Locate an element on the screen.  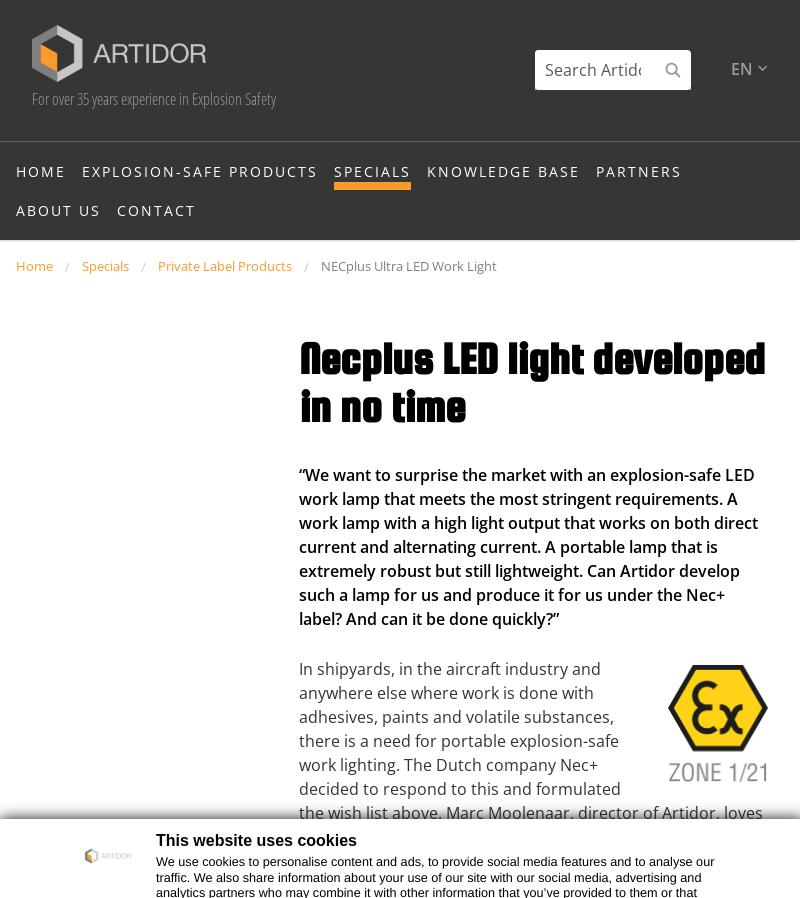
'Explosion-safe products' is located at coordinates (200, 207).